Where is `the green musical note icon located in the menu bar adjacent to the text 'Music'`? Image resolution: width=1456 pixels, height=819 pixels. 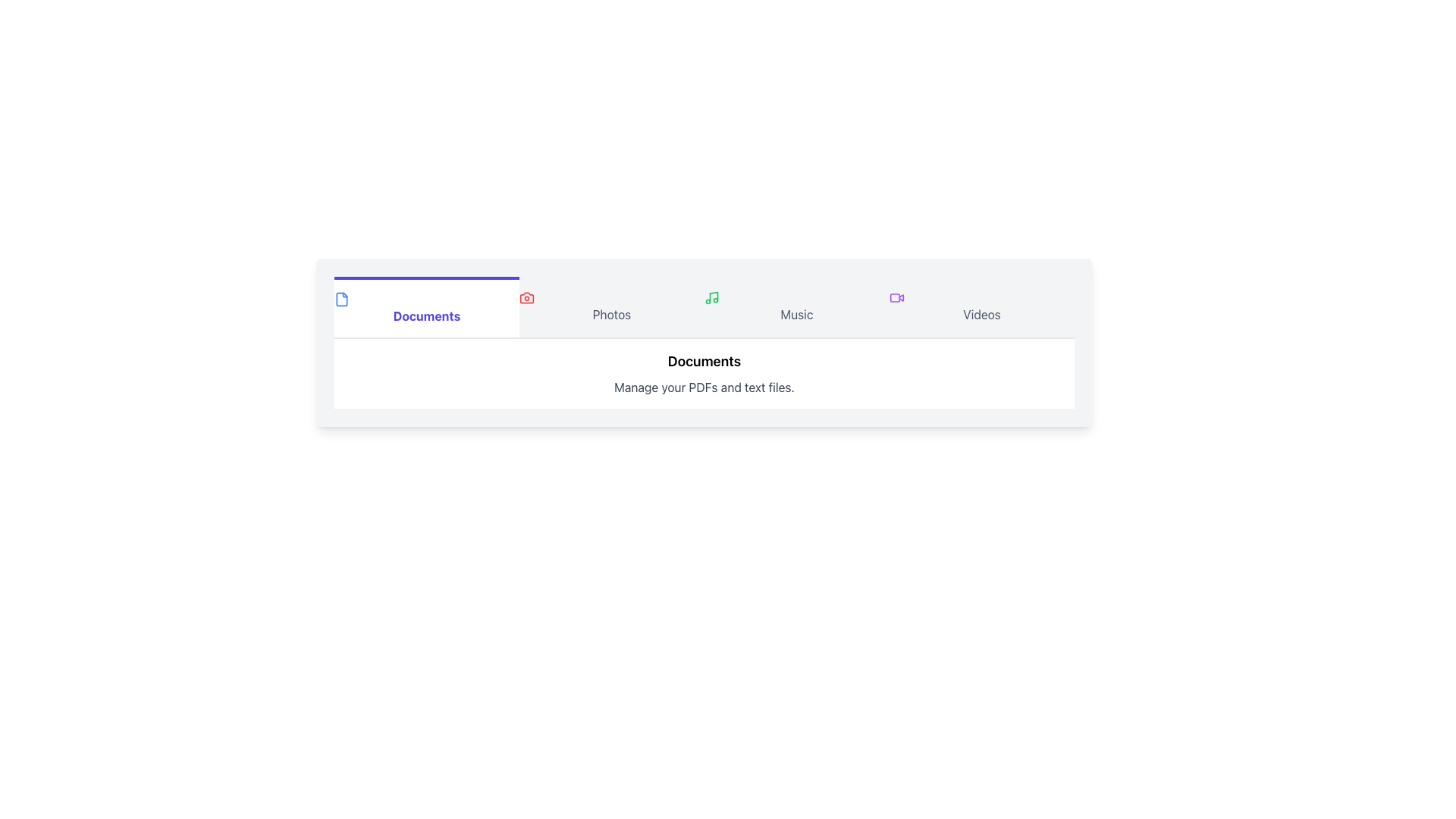
the green musical note icon located in the menu bar adjacent to the text 'Music' is located at coordinates (711, 298).